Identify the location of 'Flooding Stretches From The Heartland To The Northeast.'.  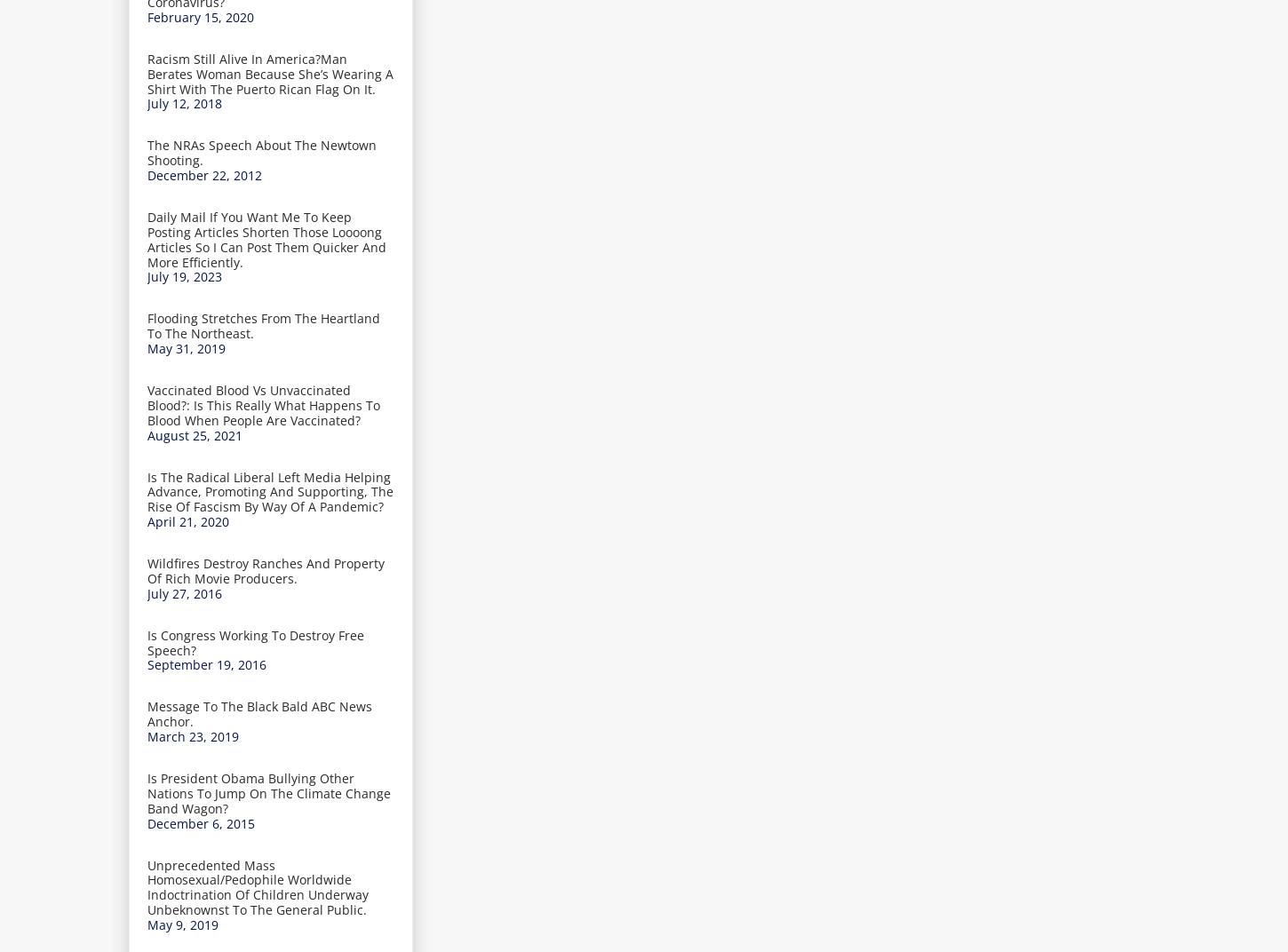
(263, 326).